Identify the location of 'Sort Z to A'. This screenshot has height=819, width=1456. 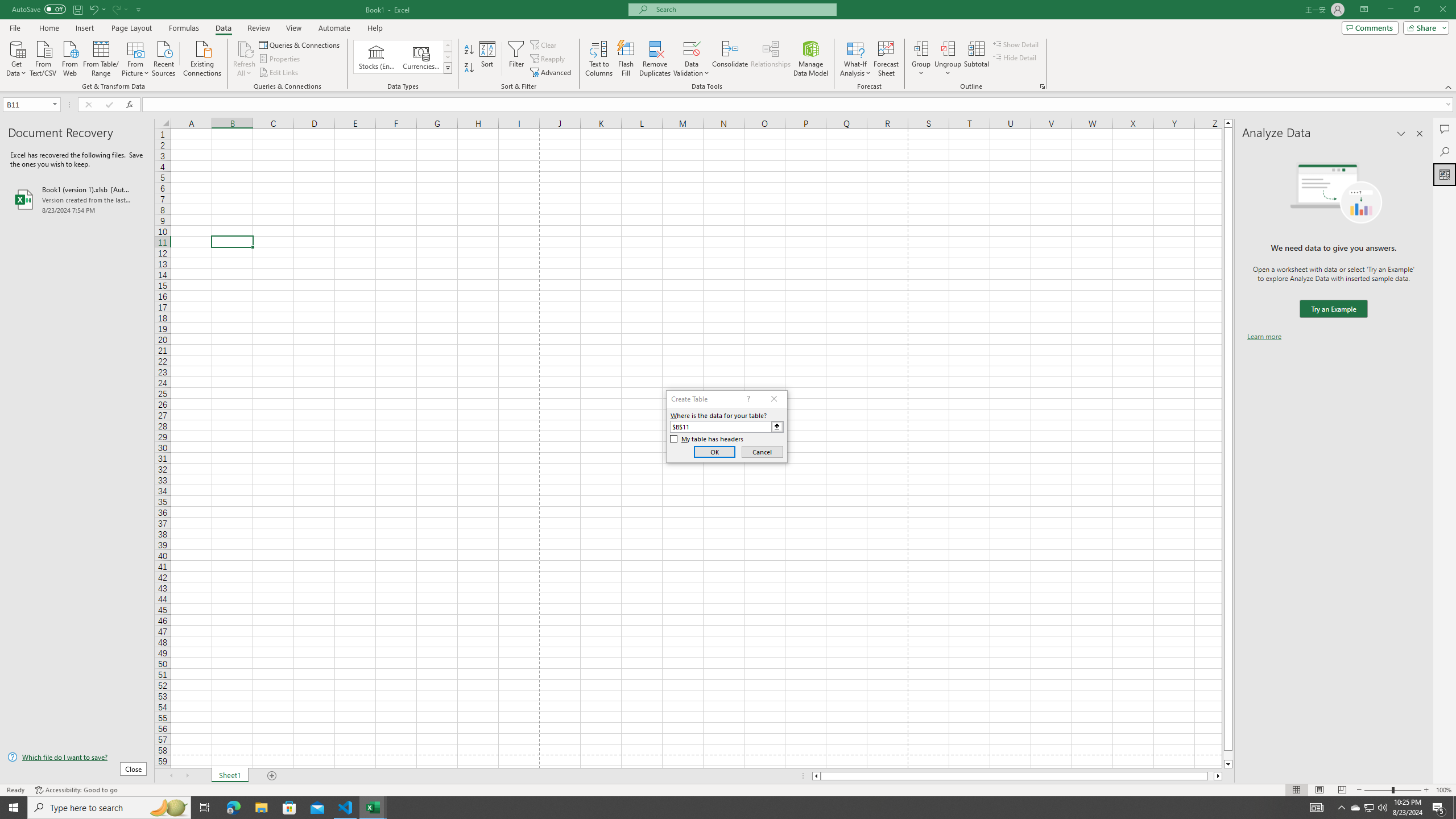
(469, 67).